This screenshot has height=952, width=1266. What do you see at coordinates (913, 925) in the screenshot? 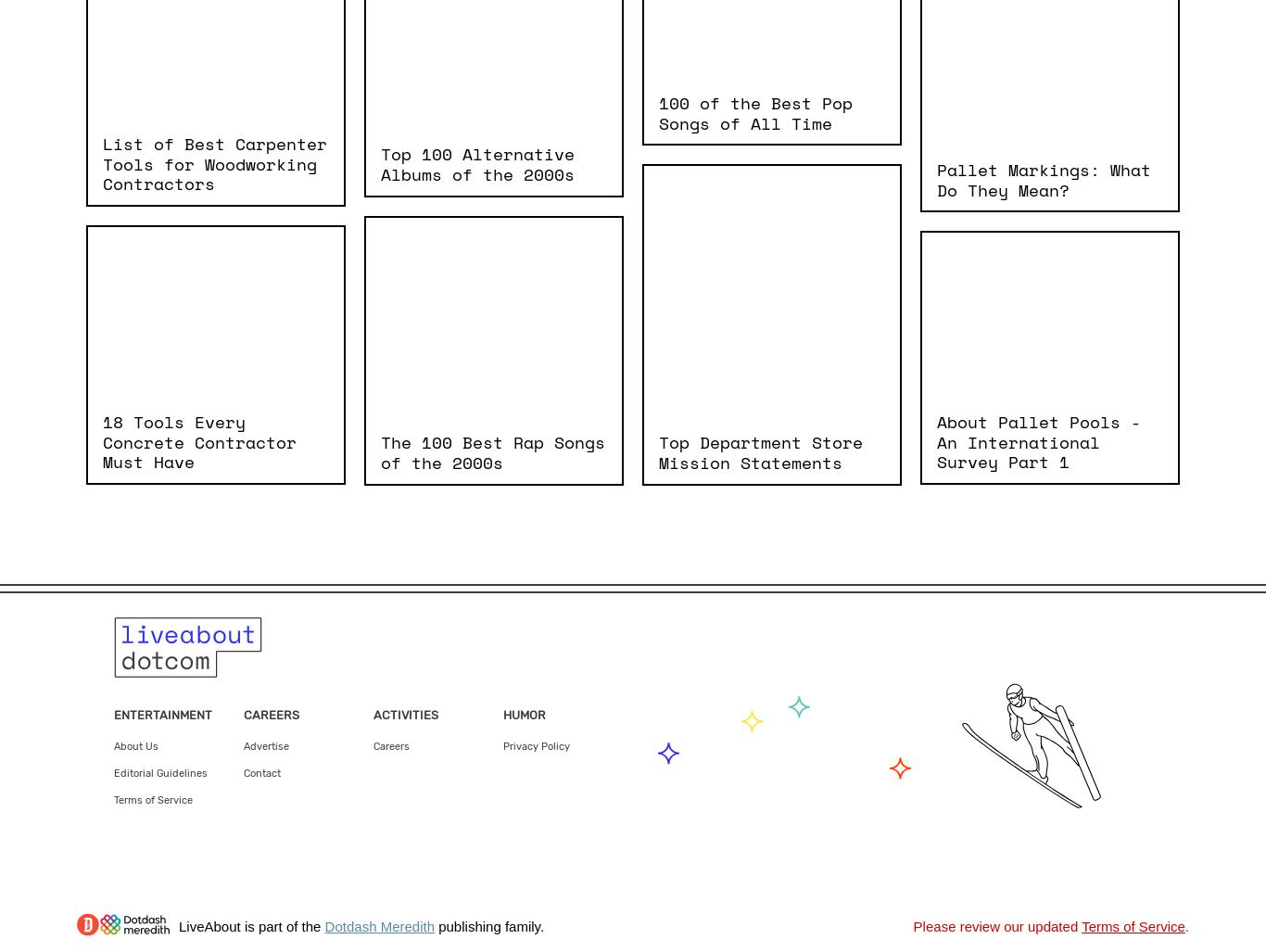
I see `'Please review our updated'` at bounding box center [913, 925].